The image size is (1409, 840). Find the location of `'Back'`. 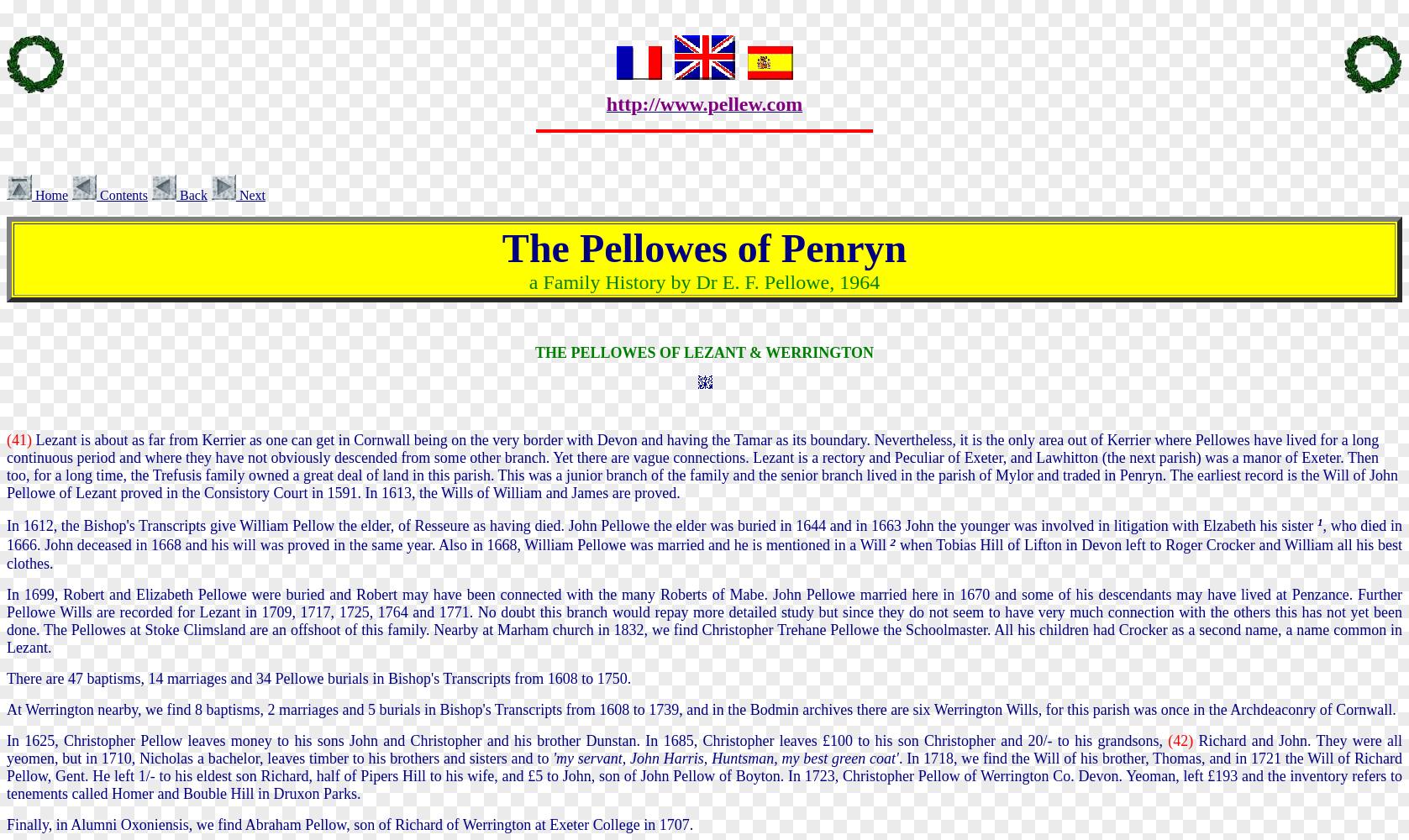

'Back' is located at coordinates (192, 194).